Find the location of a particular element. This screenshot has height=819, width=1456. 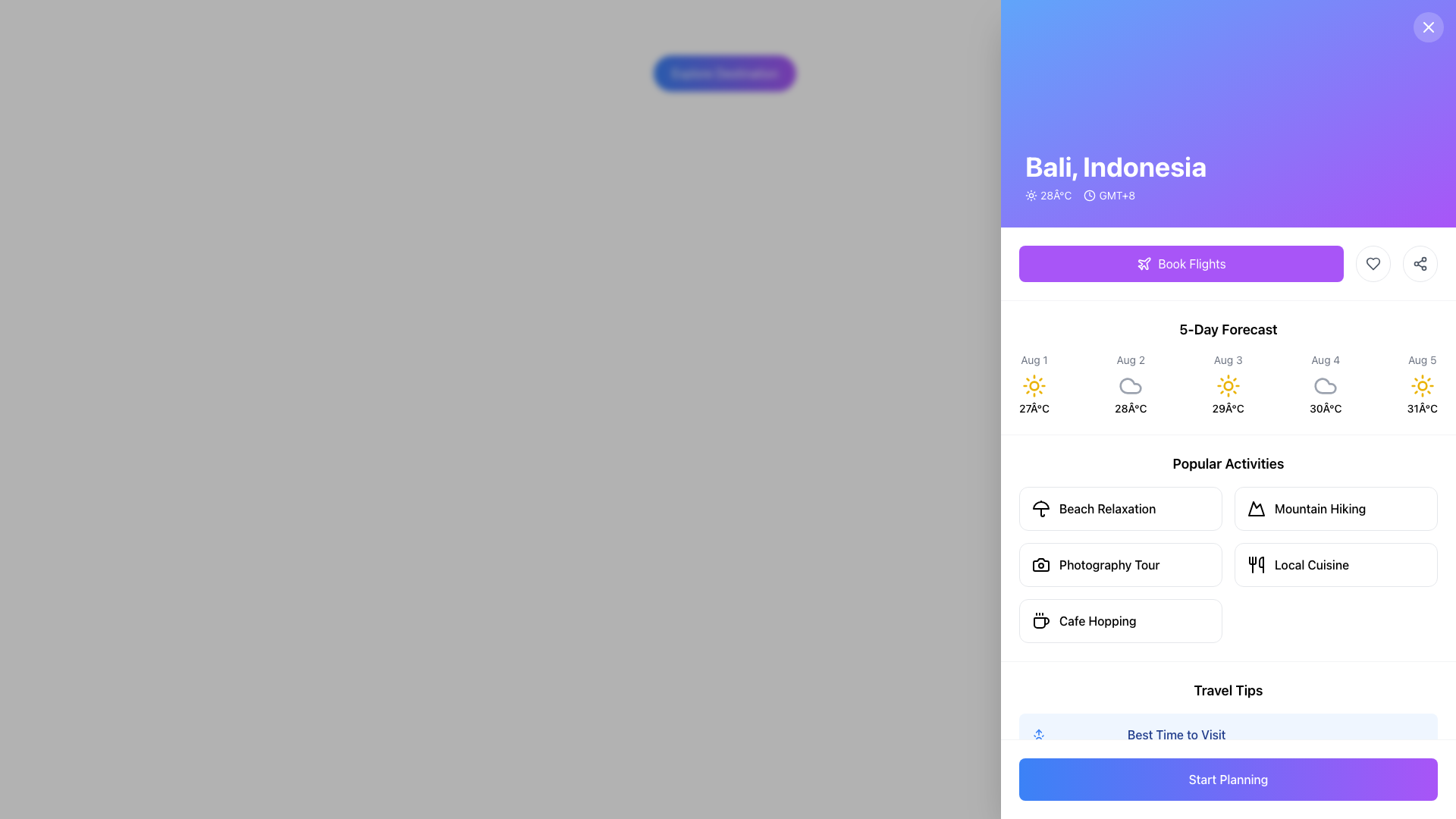

the sharing icon located in the upper-right of the card-like section is located at coordinates (1419, 262).